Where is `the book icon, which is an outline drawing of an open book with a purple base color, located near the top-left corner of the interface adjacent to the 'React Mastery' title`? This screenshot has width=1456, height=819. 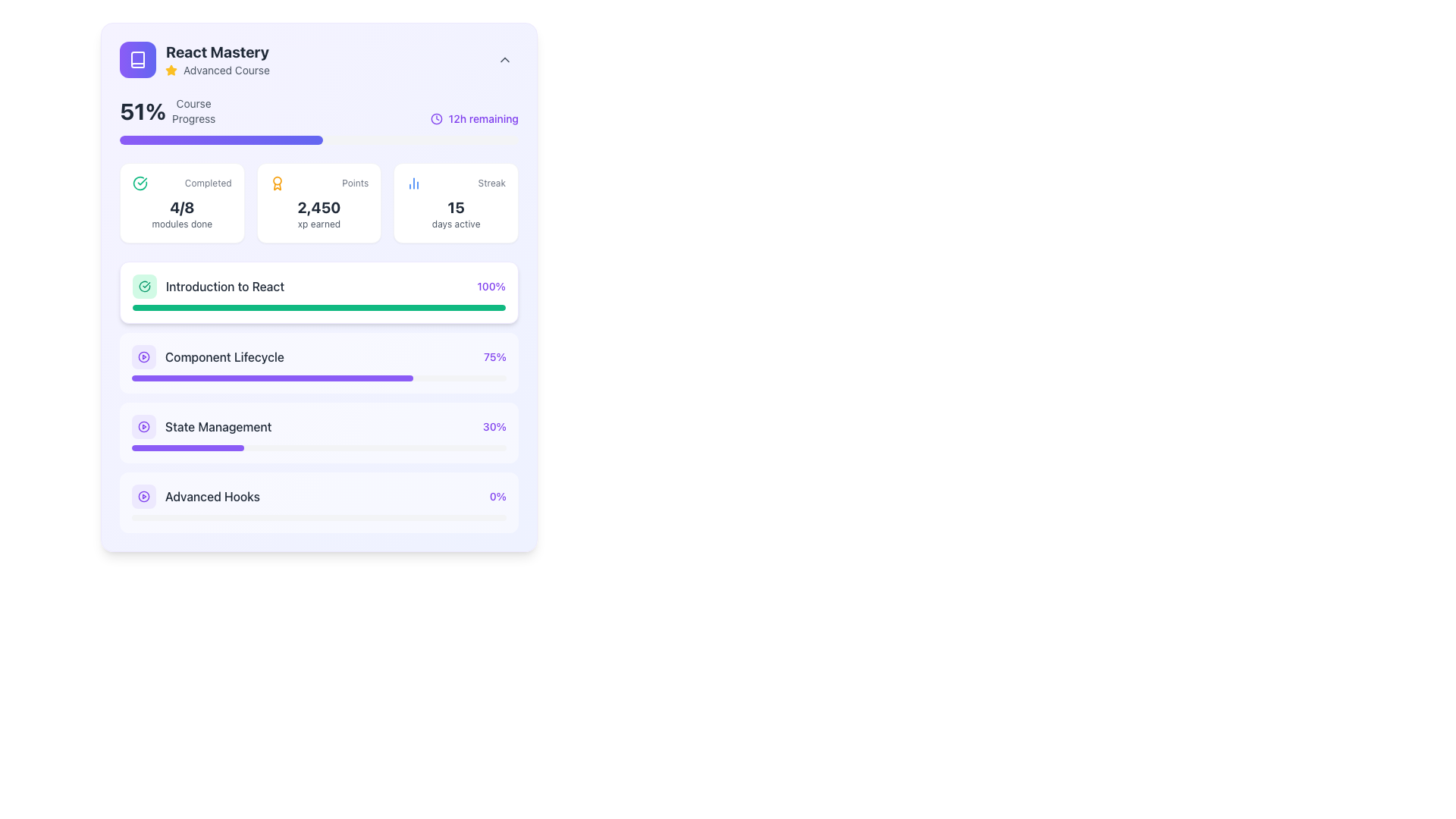
the book icon, which is an outline drawing of an open book with a purple base color, located near the top-left corner of the interface adjacent to the 'React Mastery' title is located at coordinates (138, 58).